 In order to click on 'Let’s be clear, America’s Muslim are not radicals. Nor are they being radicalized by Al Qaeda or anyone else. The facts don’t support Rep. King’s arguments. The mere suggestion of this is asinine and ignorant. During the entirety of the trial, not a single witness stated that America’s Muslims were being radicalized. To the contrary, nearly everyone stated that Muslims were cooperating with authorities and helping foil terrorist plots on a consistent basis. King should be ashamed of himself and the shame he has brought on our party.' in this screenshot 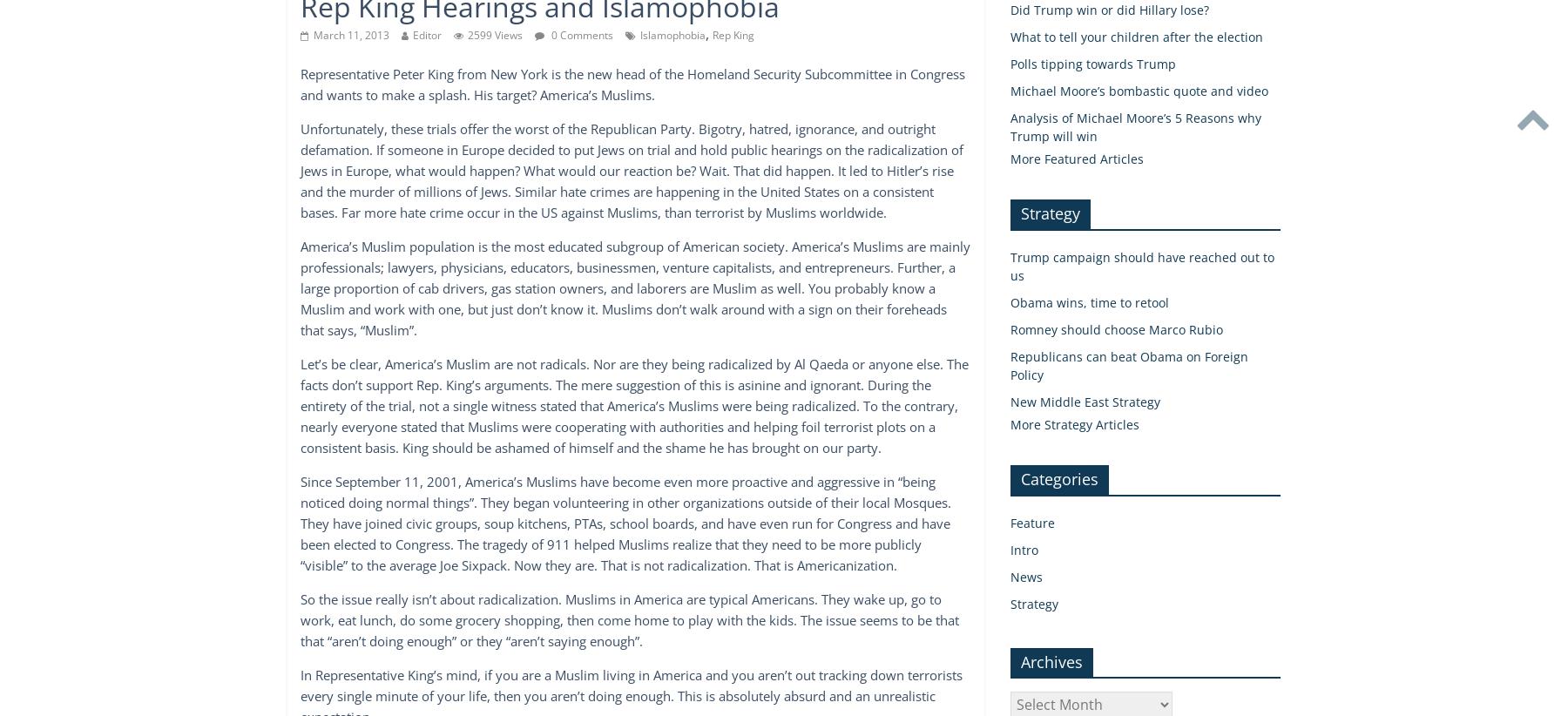, I will do `click(633, 405)`.